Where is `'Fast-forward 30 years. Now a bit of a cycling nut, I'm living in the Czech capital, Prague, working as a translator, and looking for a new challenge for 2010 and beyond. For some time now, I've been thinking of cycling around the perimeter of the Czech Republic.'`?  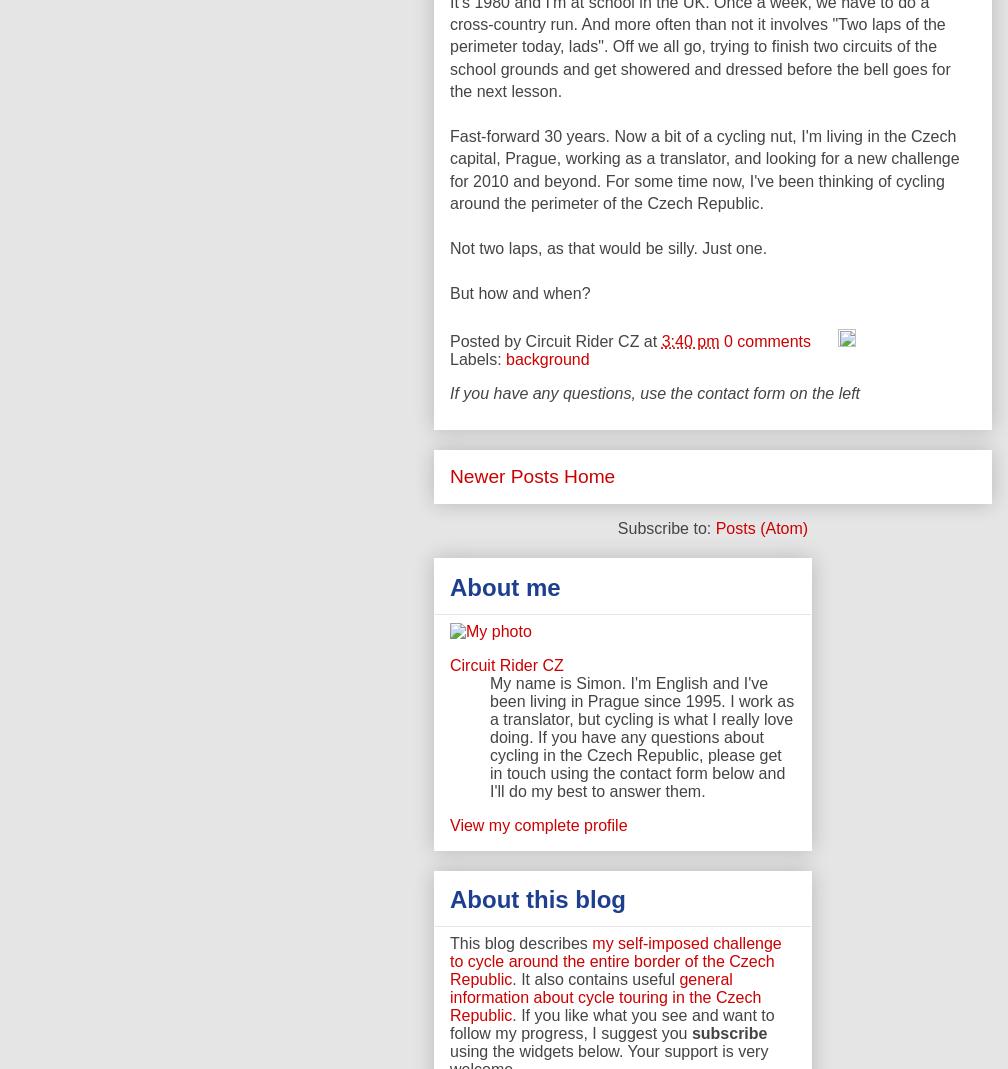 'Fast-forward 30 years. Now a bit of a cycling nut, I'm living in the Czech capital, Prague, working as a translator, and looking for a new challenge for 2010 and beyond. For some time now, I've been thinking of cycling around the perimeter of the Czech Republic.' is located at coordinates (704, 169).